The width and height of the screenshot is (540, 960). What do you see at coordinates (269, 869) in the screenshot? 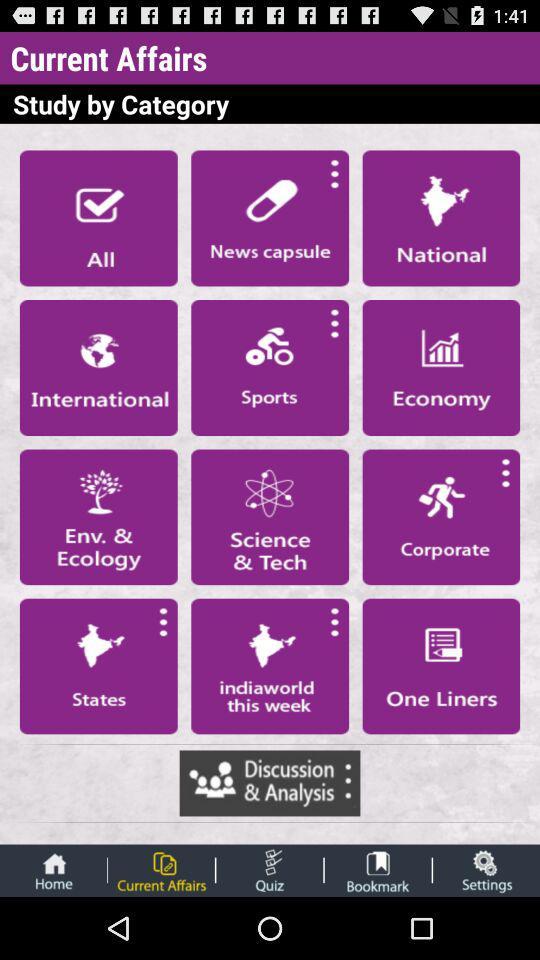
I see `take quiz` at bounding box center [269, 869].